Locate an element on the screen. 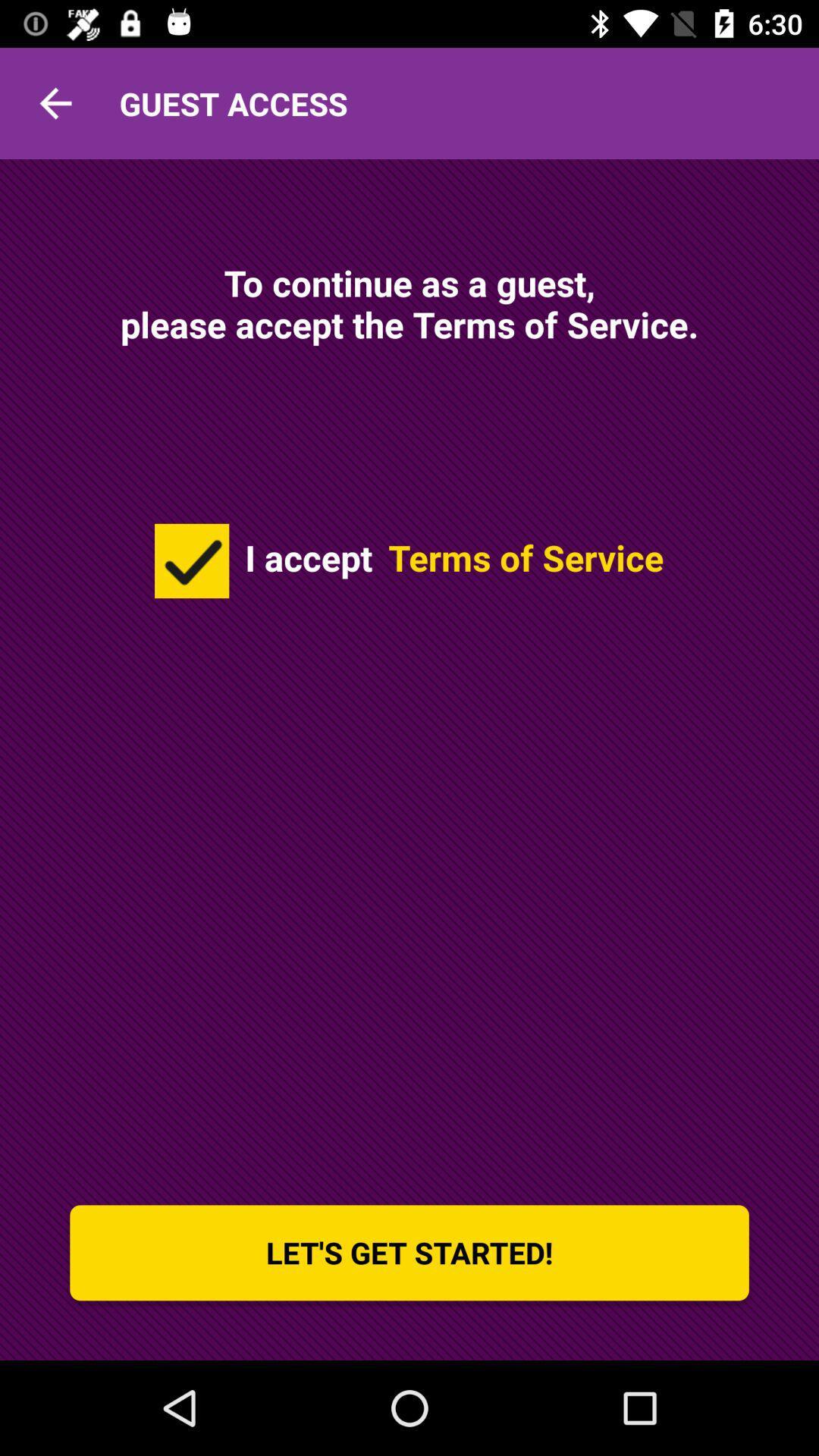 This screenshot has height=1456, width=819. icon below to continue as item is located at coordinates (191, 560).